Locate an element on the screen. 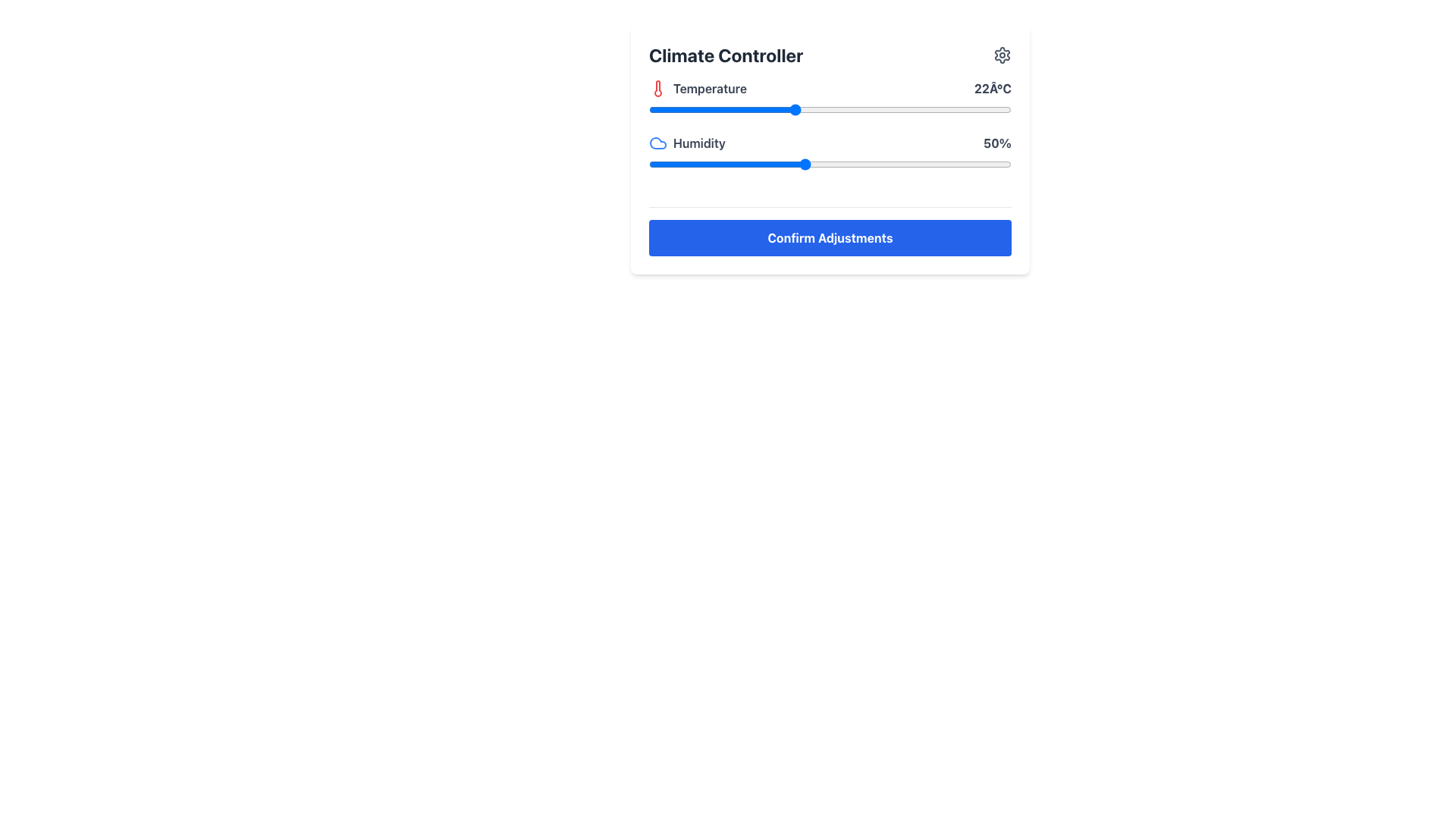  the text displaying the current percentage value of the Humidity setting in the Climate Controller is located at coordinates (997, 143).